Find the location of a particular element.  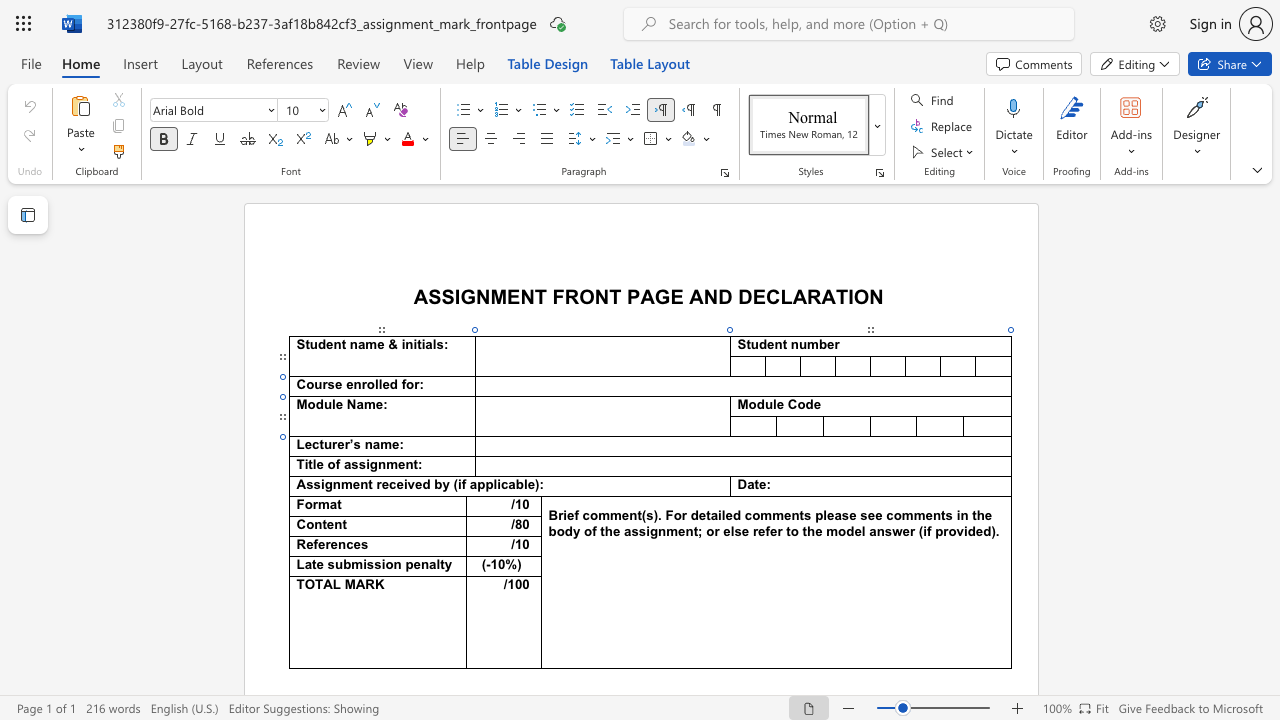

the space between the continuous character "e" and ")" in the text is located at coordinates (534, 484).